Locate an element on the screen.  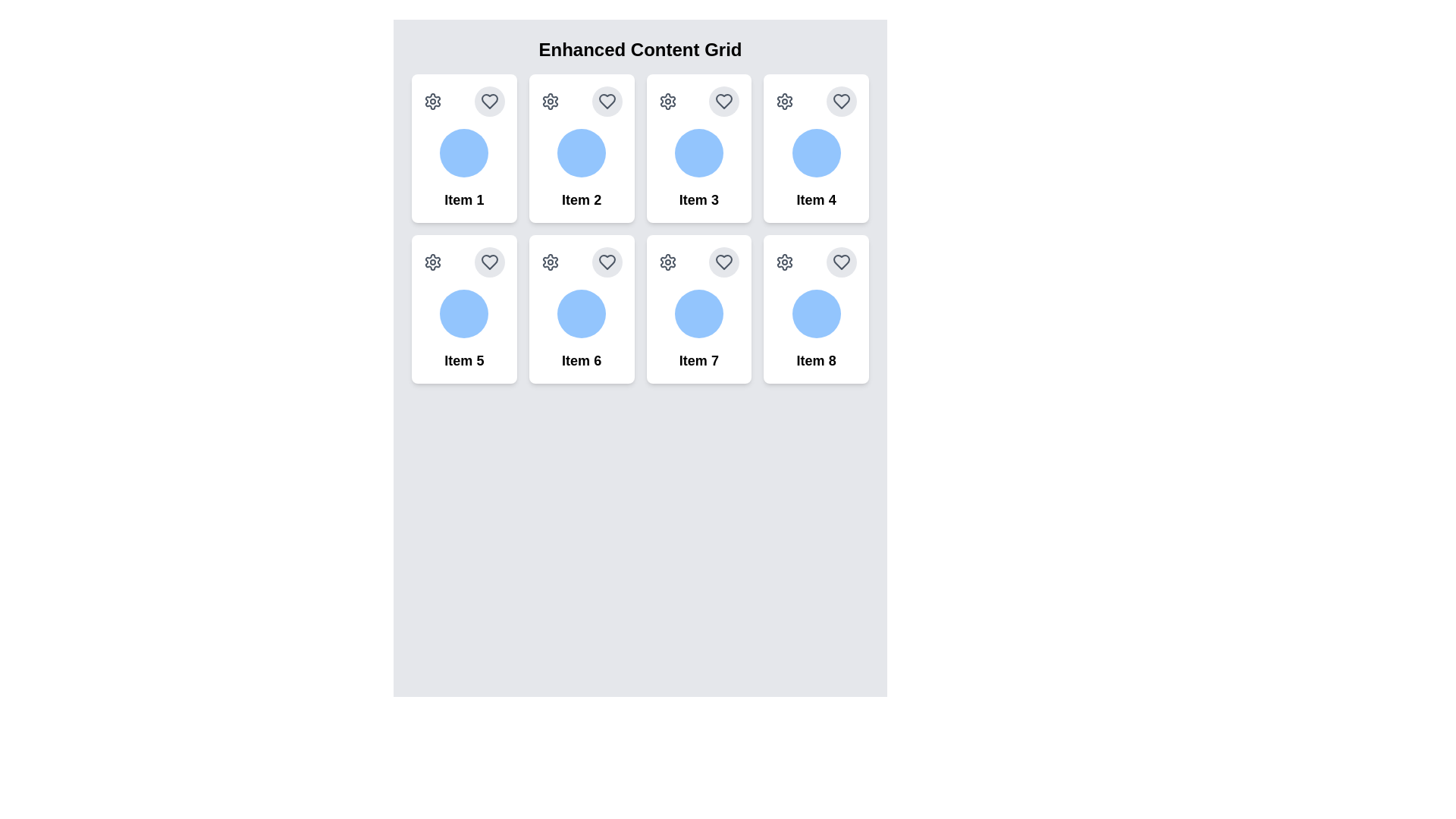
the rounded button with a light gray background and heart icon in the top-right corner of 'Item 6' card is located at coordinates (607, 262).